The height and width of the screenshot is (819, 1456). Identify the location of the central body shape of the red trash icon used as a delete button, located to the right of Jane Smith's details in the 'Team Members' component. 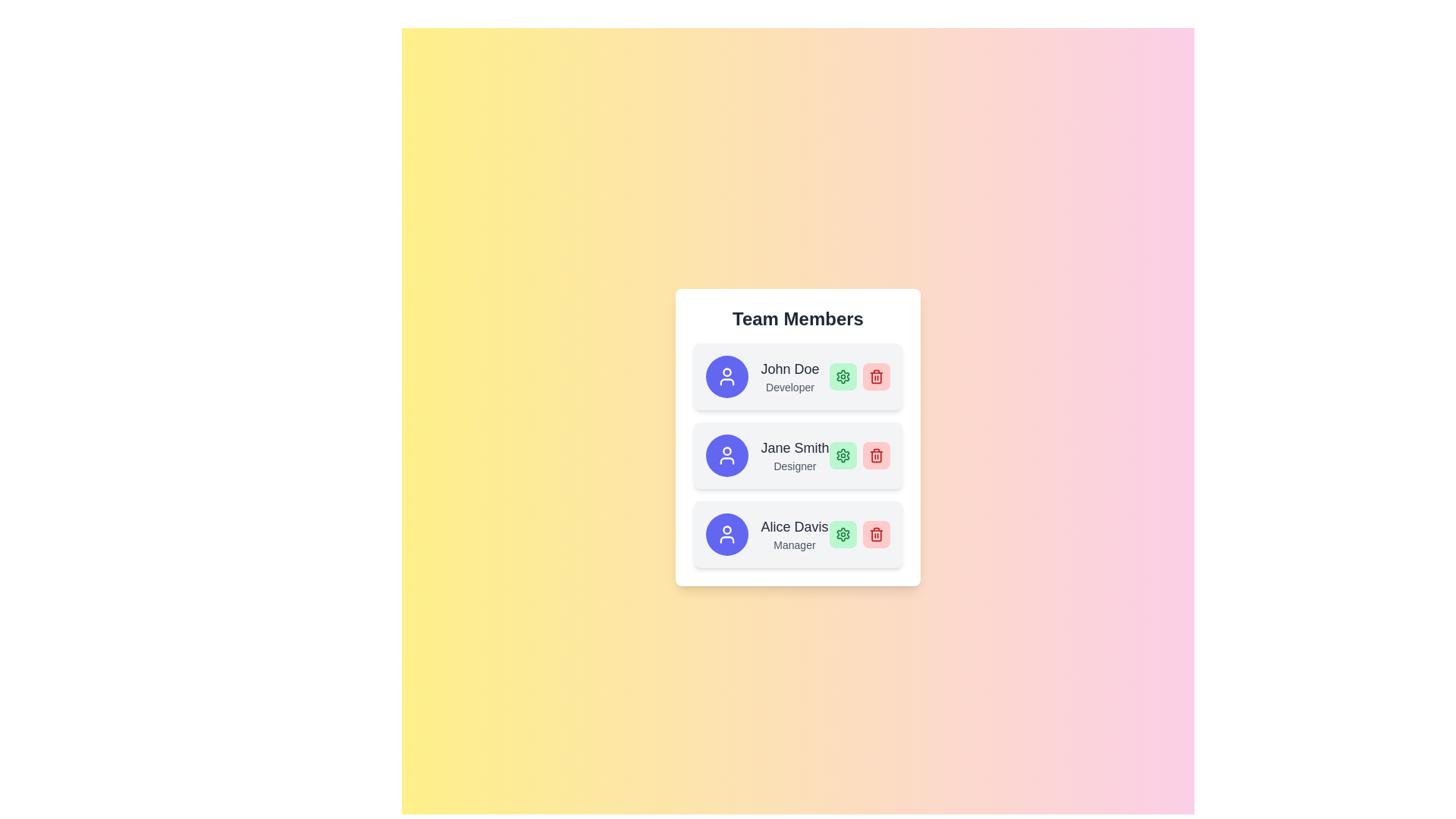
(876, 456).